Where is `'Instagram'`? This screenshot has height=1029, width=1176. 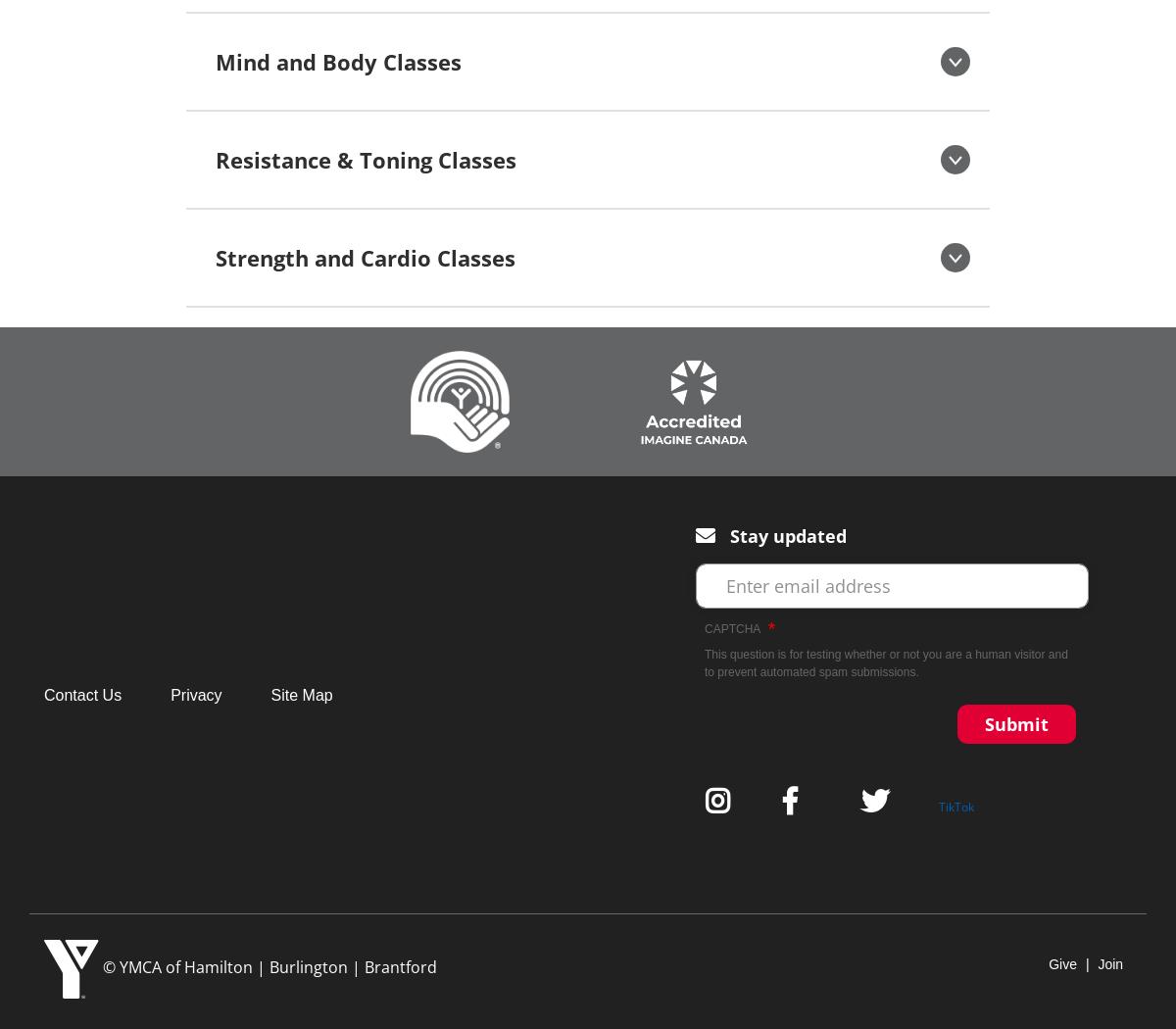
'Instagram' is located at coordinates (729, 800).